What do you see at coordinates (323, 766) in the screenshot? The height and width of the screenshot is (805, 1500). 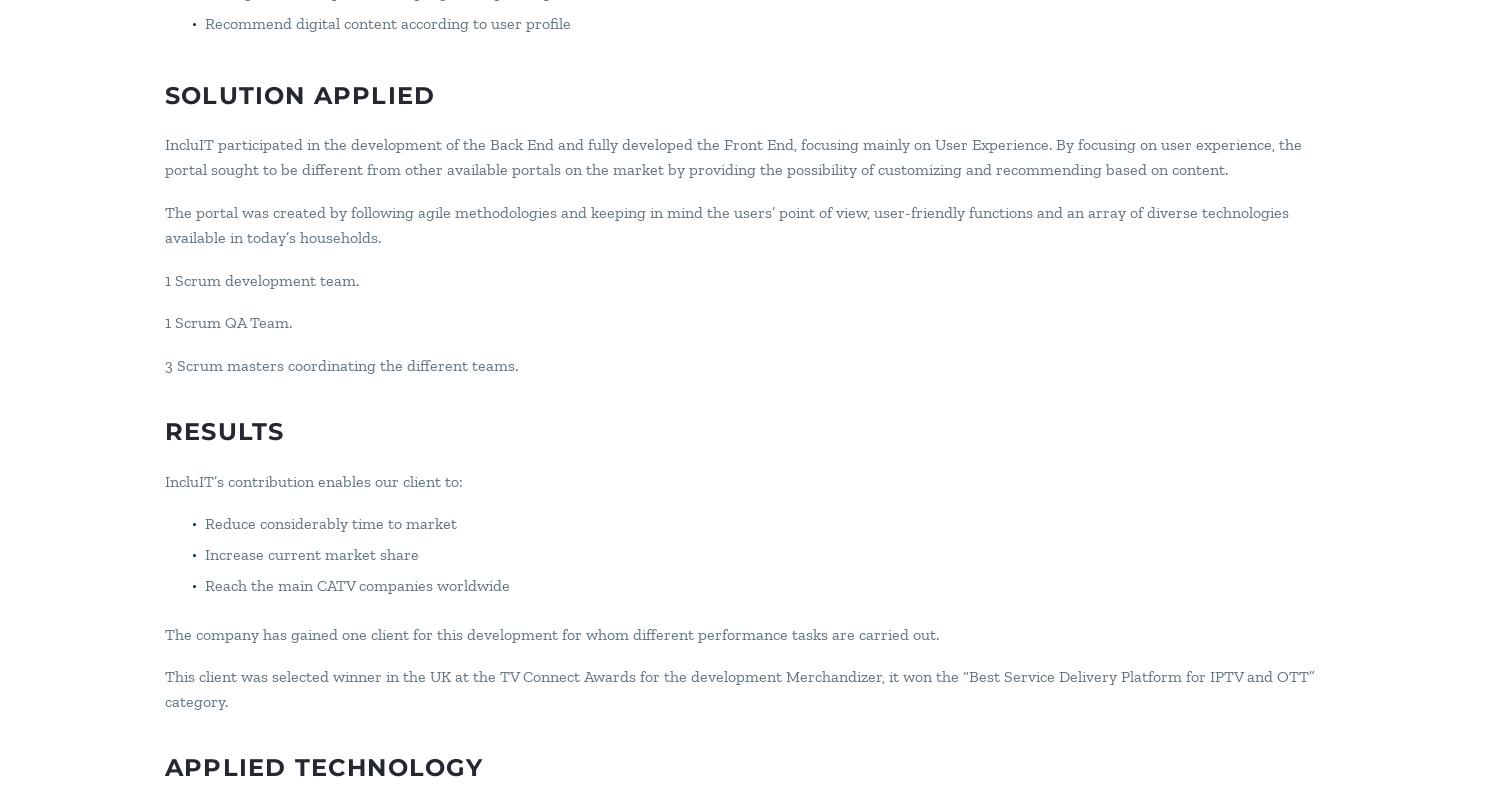 I see `'Applied Technology'` at bounding box center [323, 766].